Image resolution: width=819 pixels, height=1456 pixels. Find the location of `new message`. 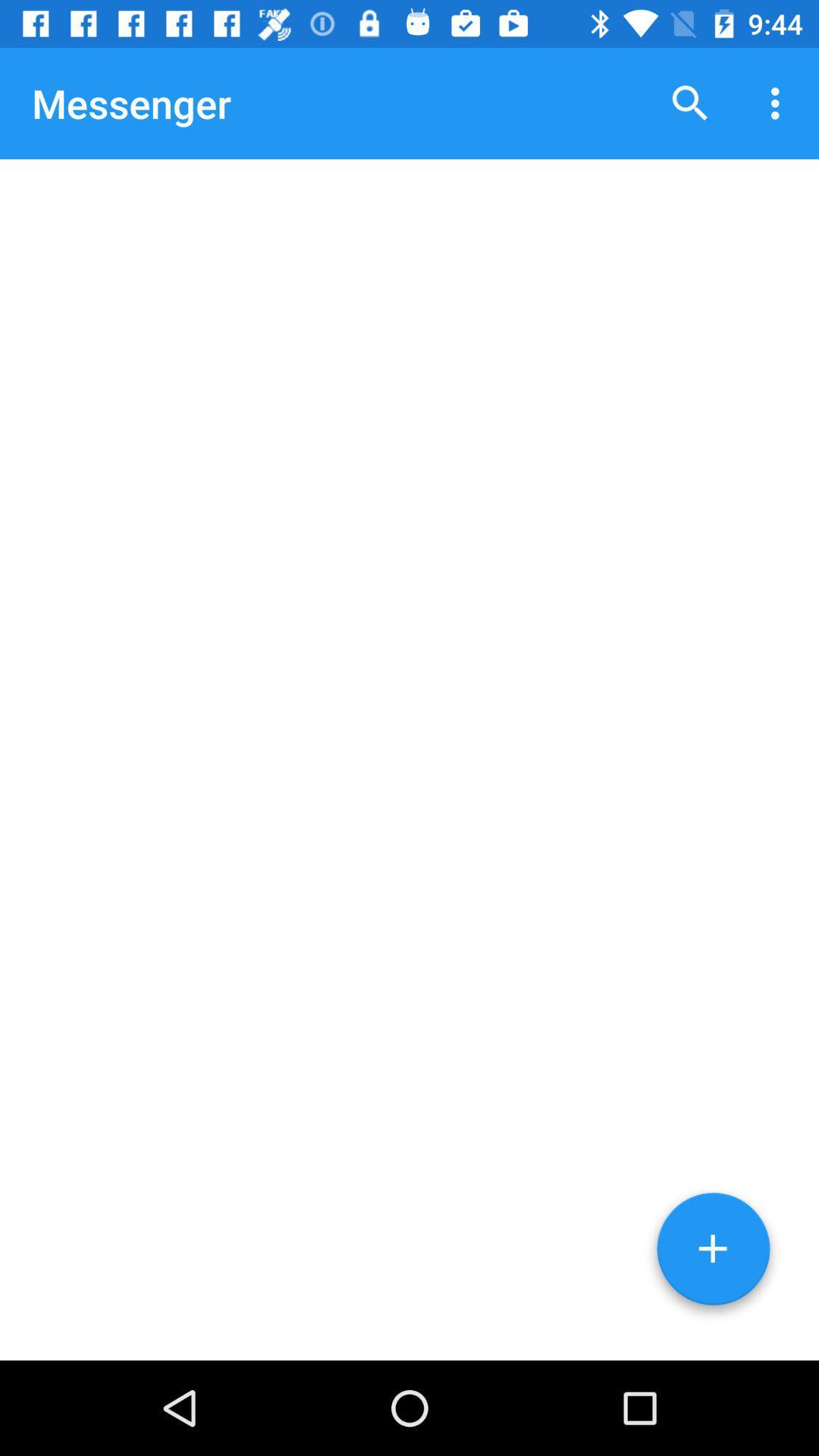

new message is located at coordinates (713, 1254).